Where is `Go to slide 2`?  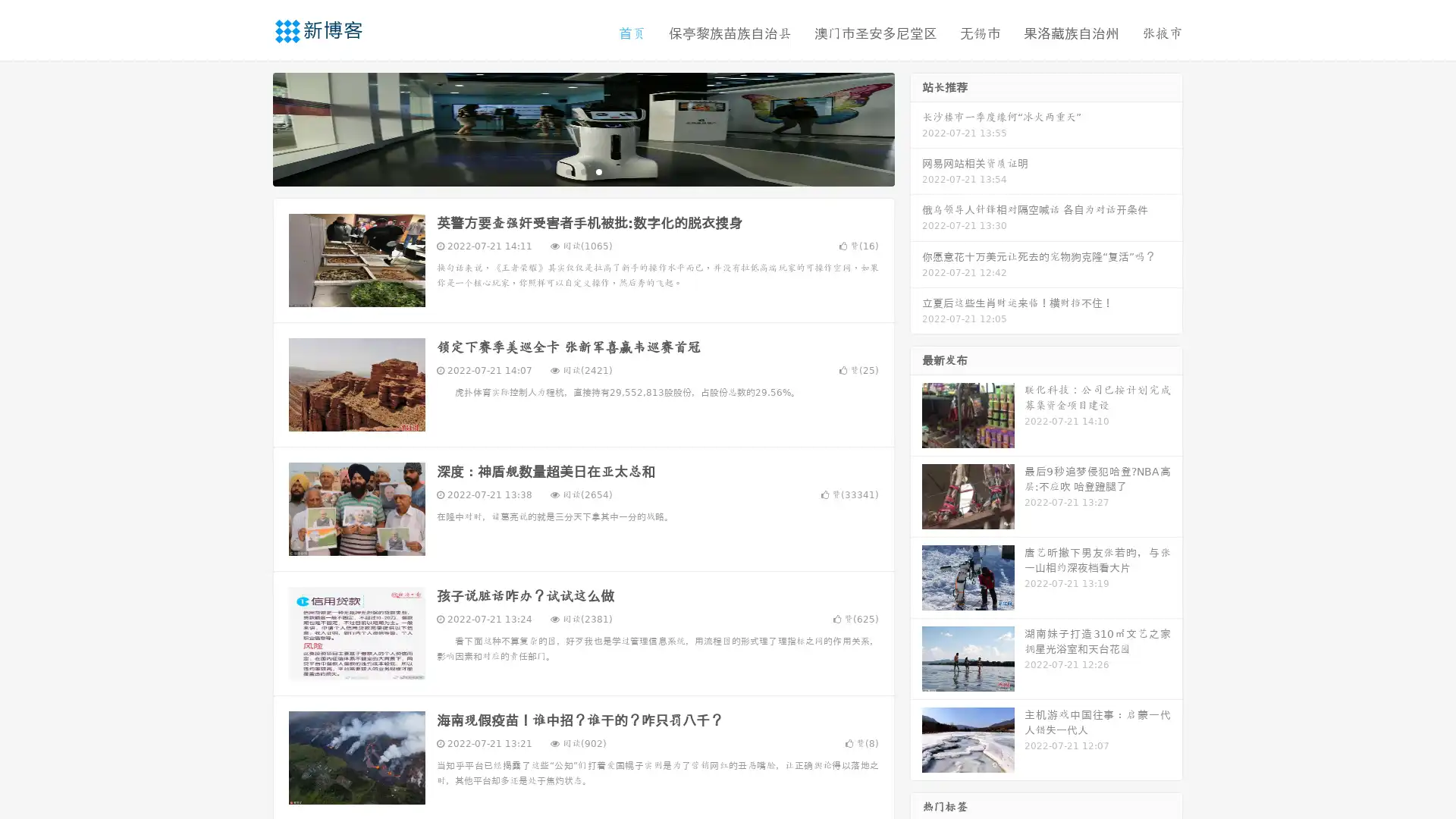
Go to slide 2 is located at coordinates (582, 171).